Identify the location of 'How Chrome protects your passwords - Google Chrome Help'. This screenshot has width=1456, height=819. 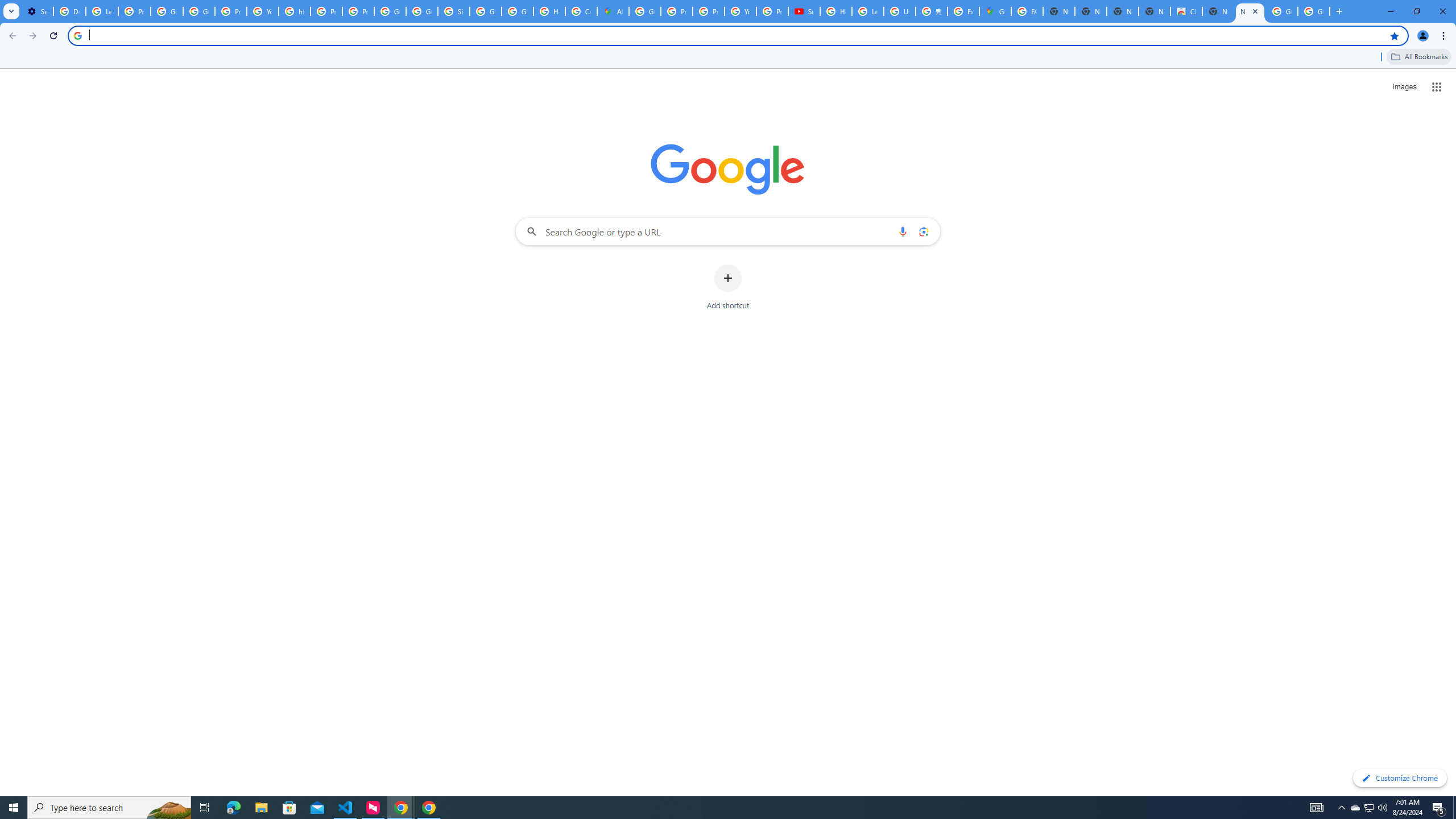
(835, 11).